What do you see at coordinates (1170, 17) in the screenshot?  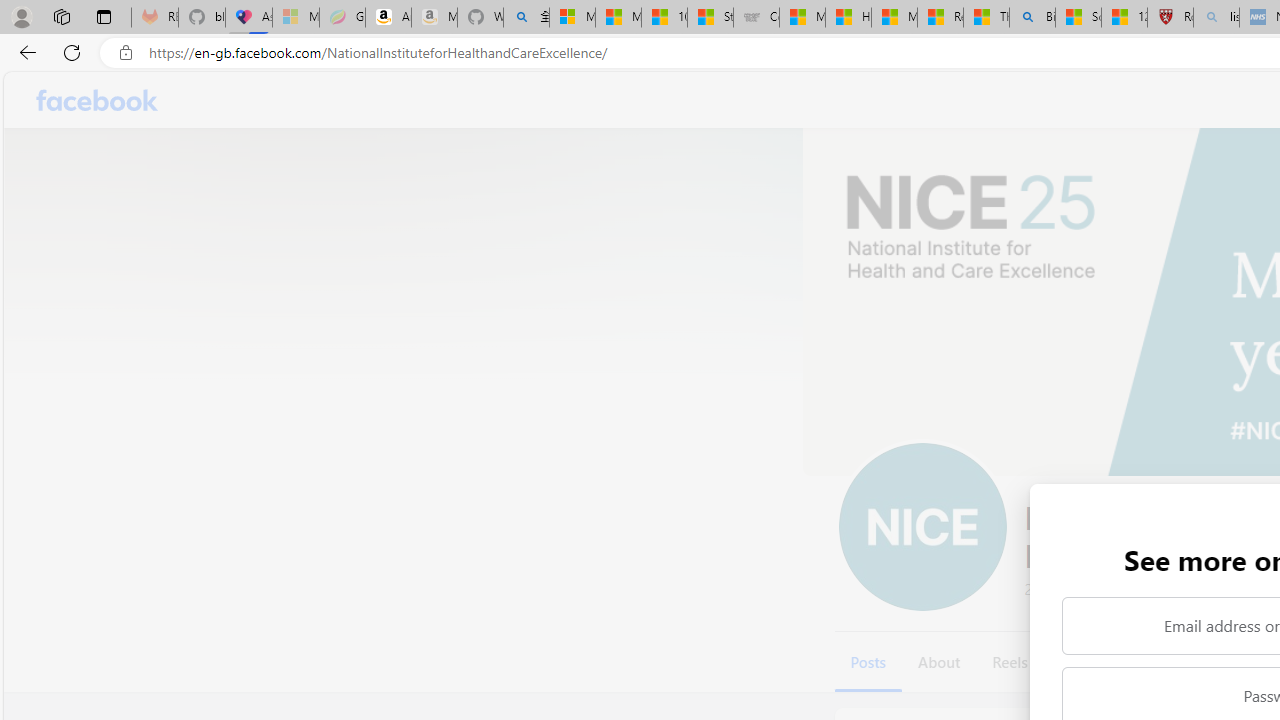 I see `'Robert H. Shmerling, MD - Harvard Health'` at bounding box center [1170, 17].